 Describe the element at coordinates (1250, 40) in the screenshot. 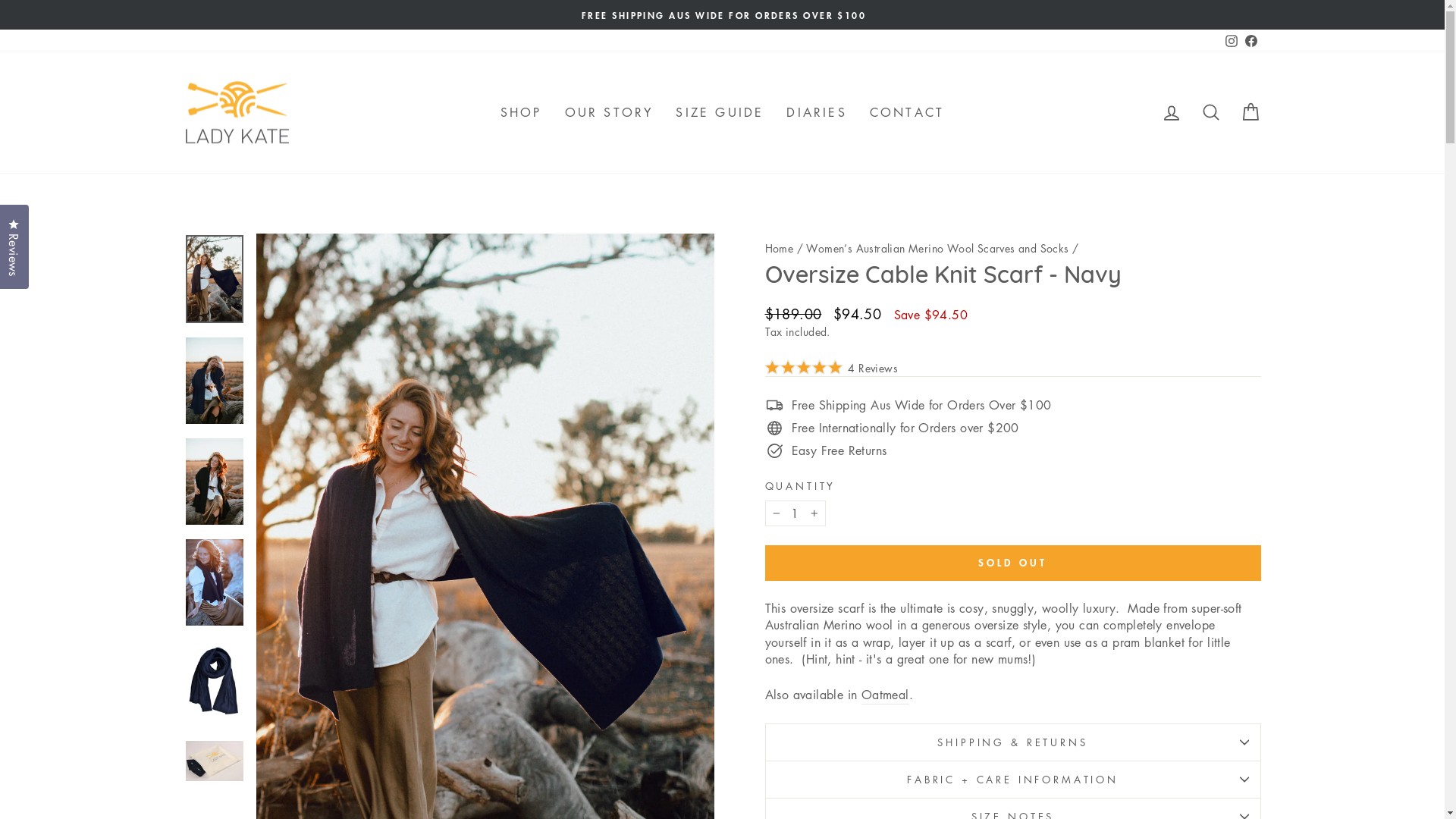

I see `'Facebook'` at that location.